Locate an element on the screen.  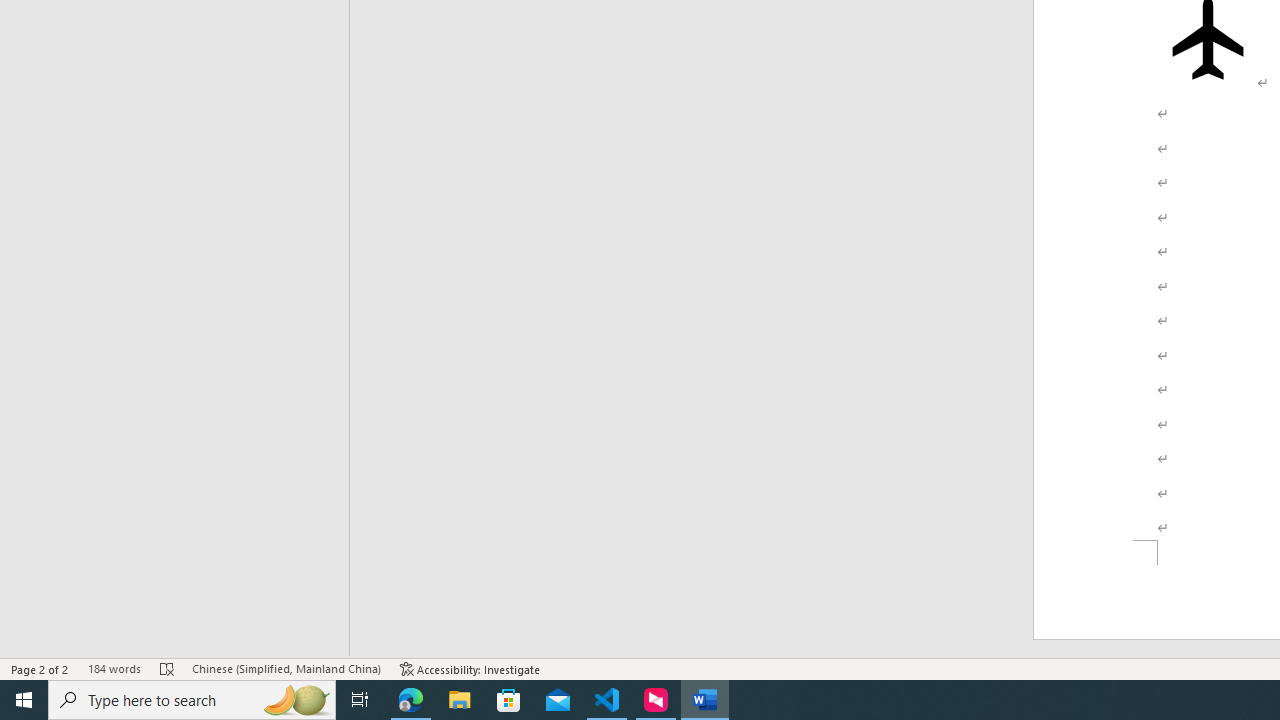
'Accessibility Checker Accessibility: Investigate' is located at coordinates (469, 669).